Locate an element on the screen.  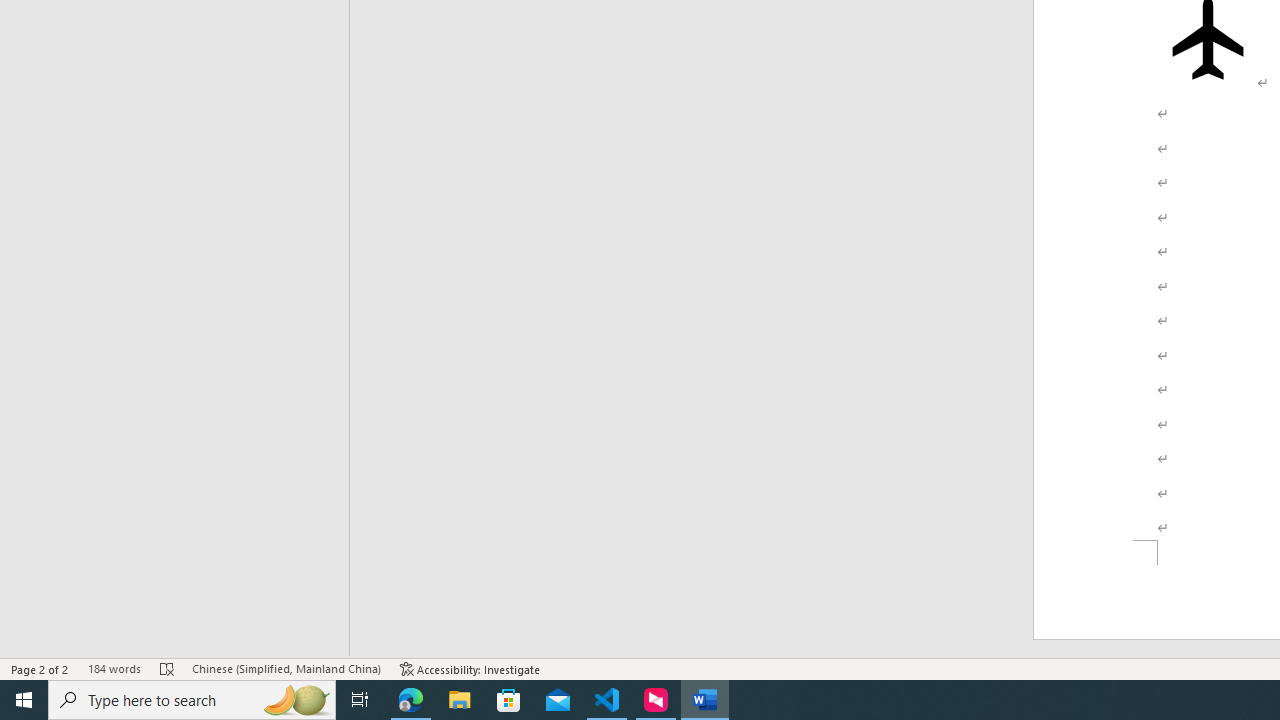
'Accessibility Checker Accessibility: Investigate' is located at coordinates (469, 669).